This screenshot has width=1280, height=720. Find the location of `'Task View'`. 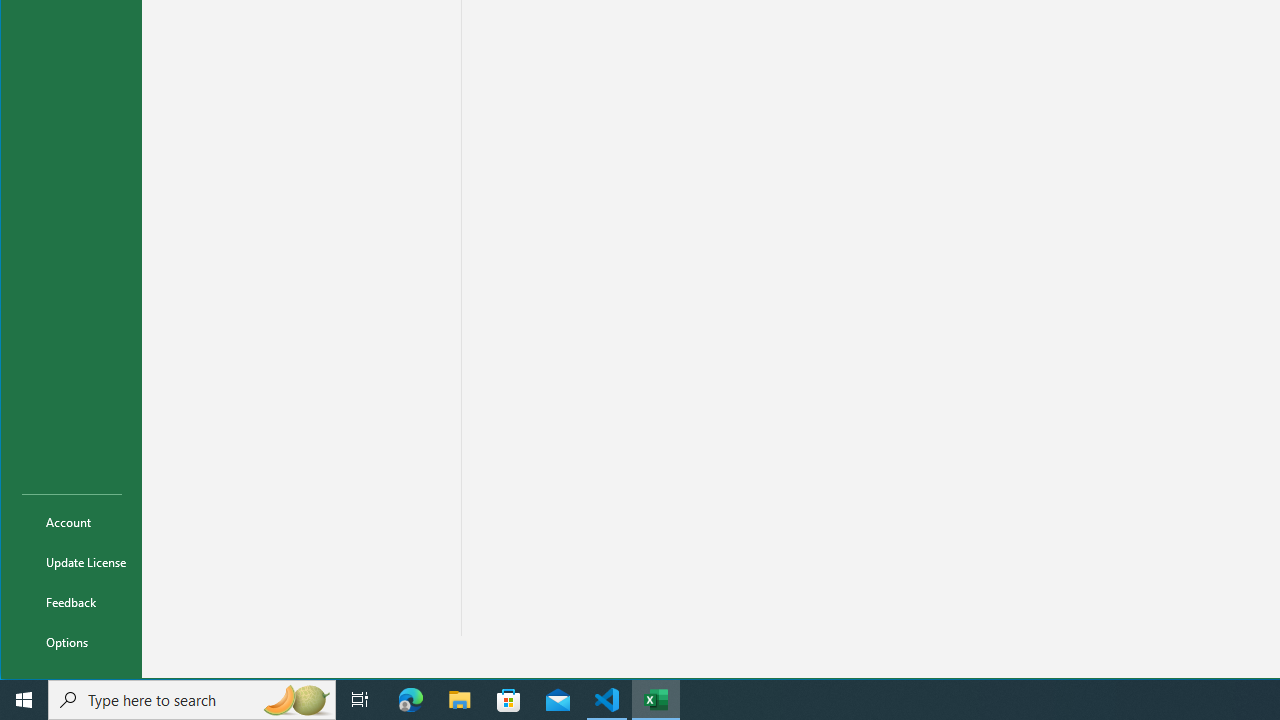

'Task View' is located at coordinates (359, 698).